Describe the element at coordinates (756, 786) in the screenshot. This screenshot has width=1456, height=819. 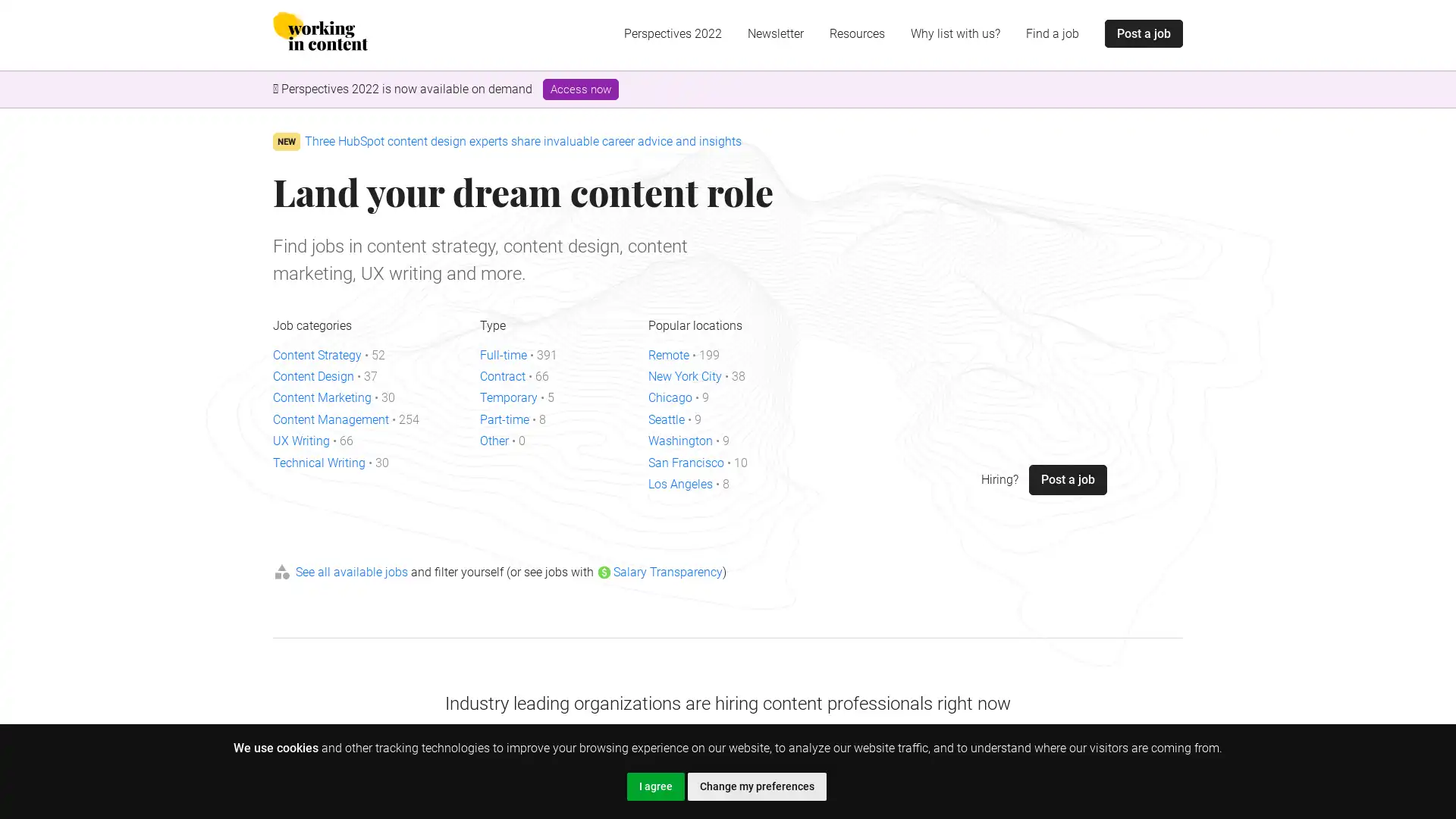
I see `Change my preferences` at that location.